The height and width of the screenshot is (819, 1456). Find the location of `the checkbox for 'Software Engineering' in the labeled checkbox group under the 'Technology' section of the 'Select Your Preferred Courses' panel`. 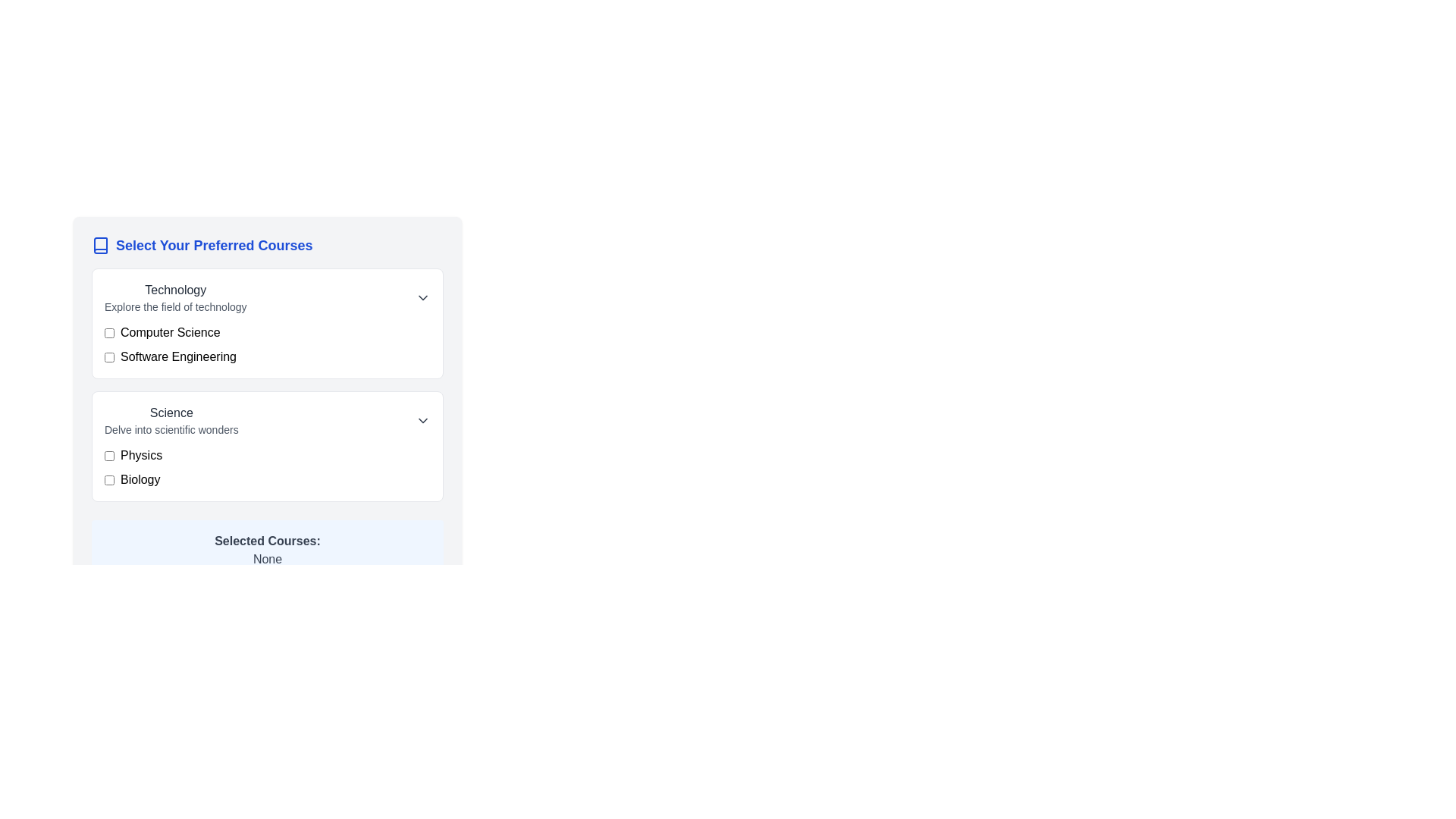

the checkbox for 'Software Engineering' in the labeled checkbox group under the 'Technology' section of the 'Select Your Preferred Courses' panel is located at coordinates (268, 345).